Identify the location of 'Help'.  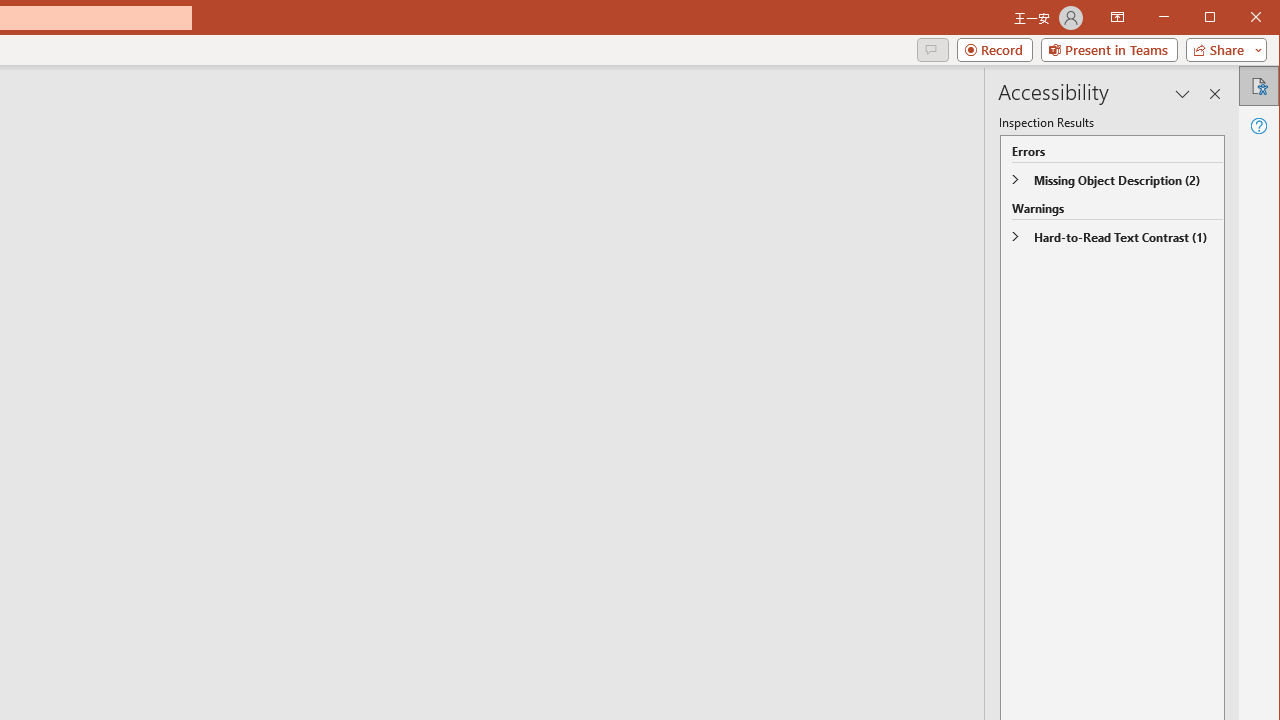
(1257, 125).